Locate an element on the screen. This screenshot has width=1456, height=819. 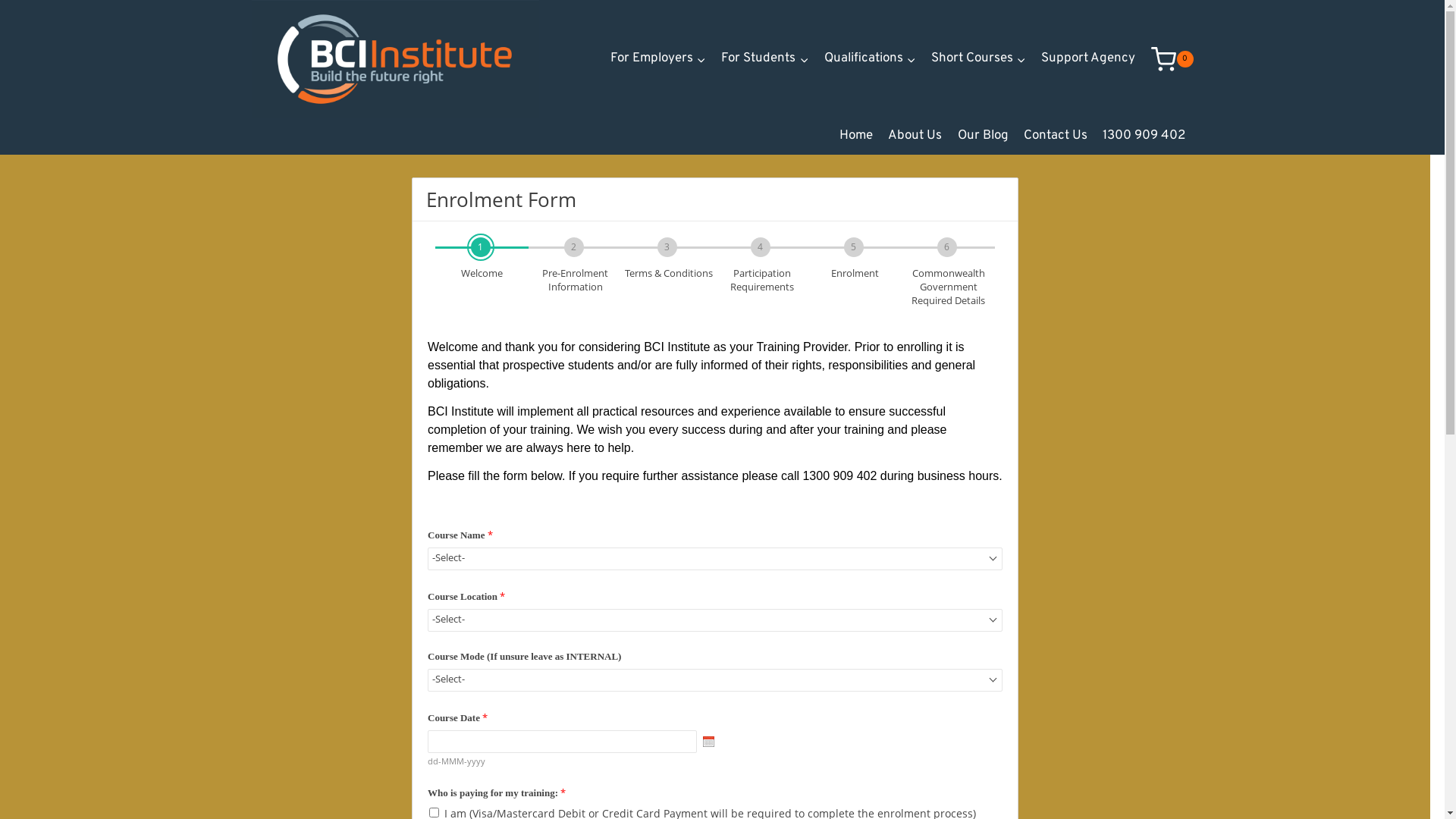
'1300 909 402' is located at coordinates (1144, 136).